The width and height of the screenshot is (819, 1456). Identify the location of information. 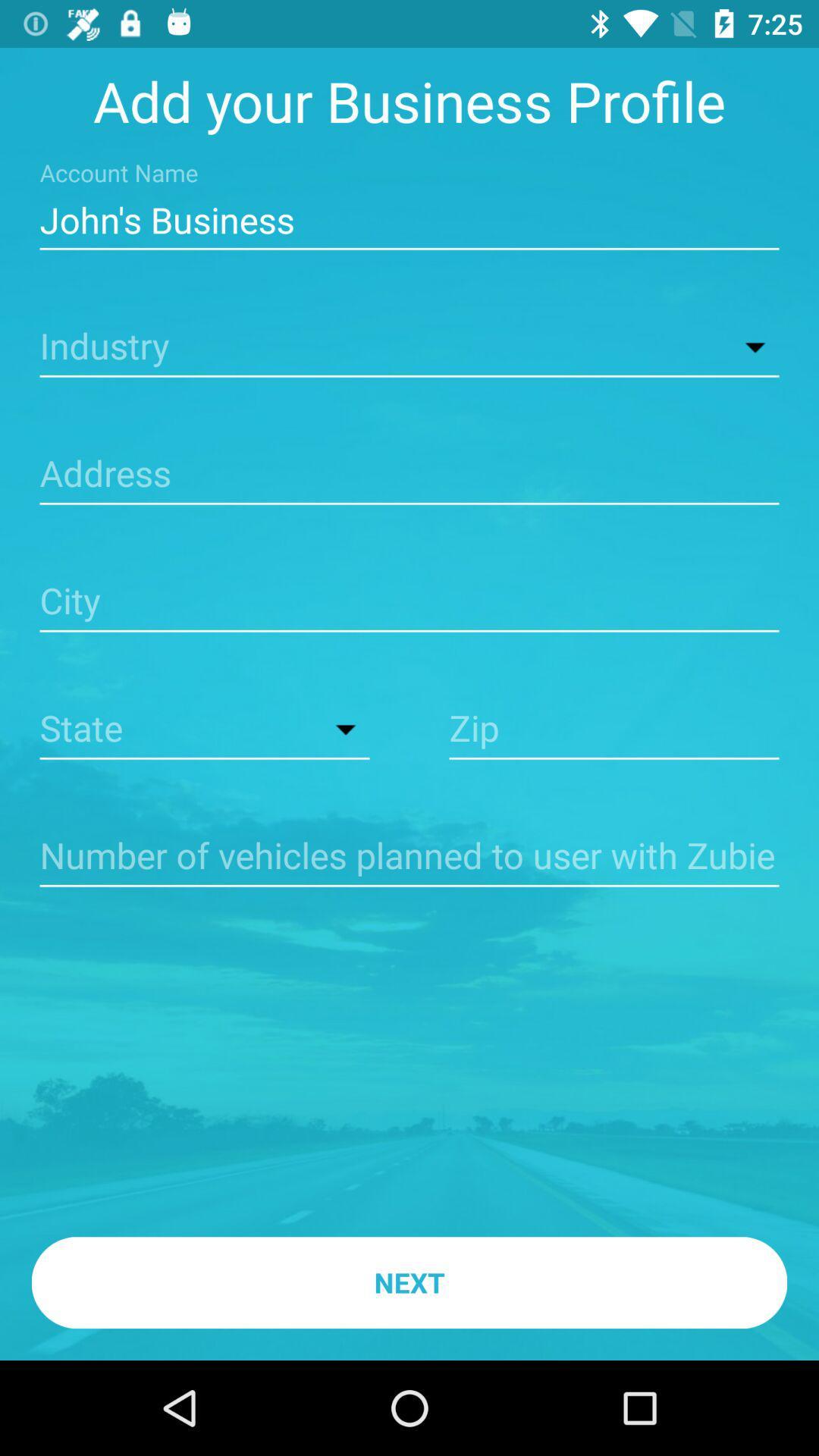
(409, 858).